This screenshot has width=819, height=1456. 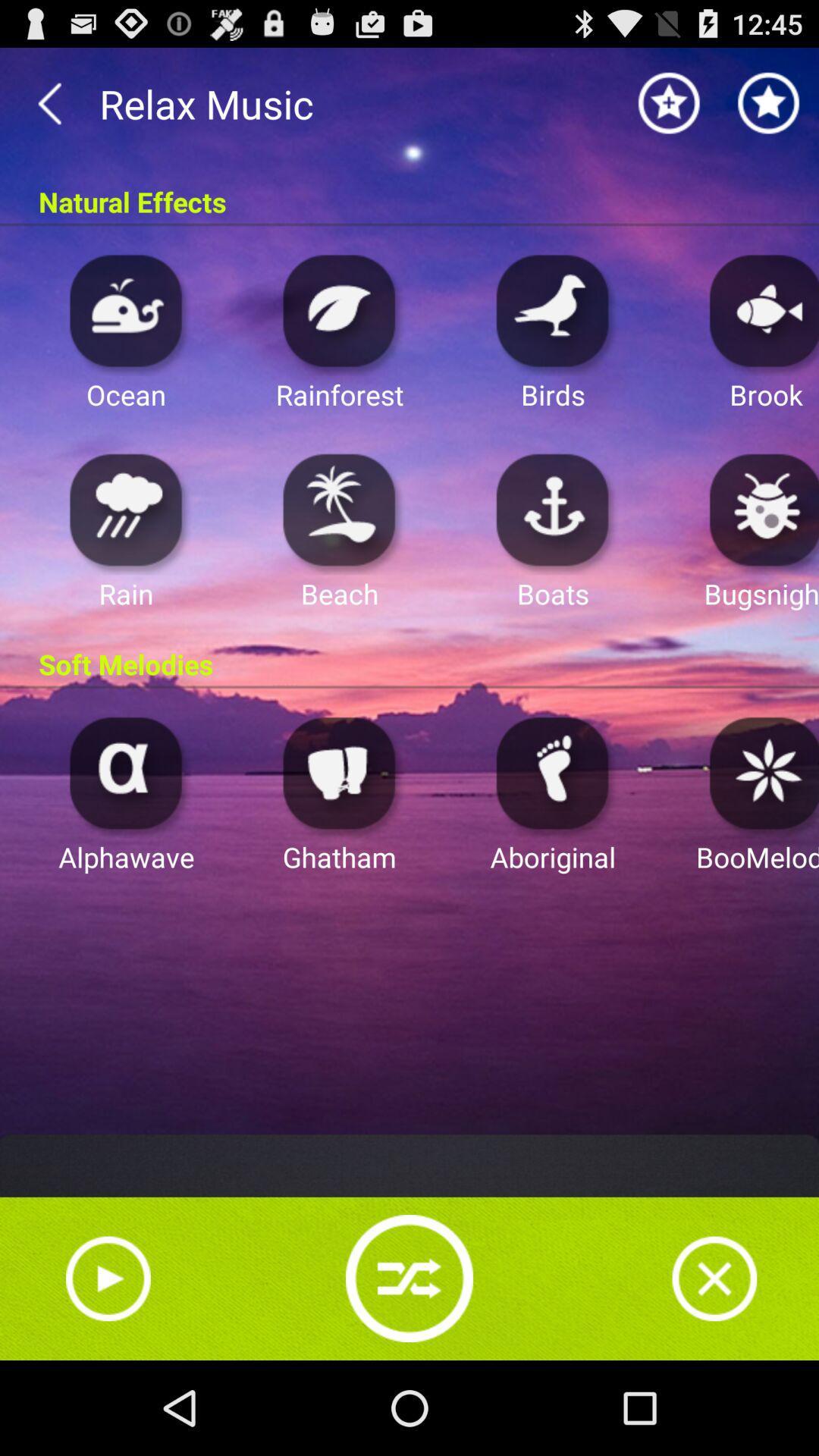 What do you see at coordinates (760, 509) in the screenshot?
I see `bugsnight button` at bounding box center [760, 509].